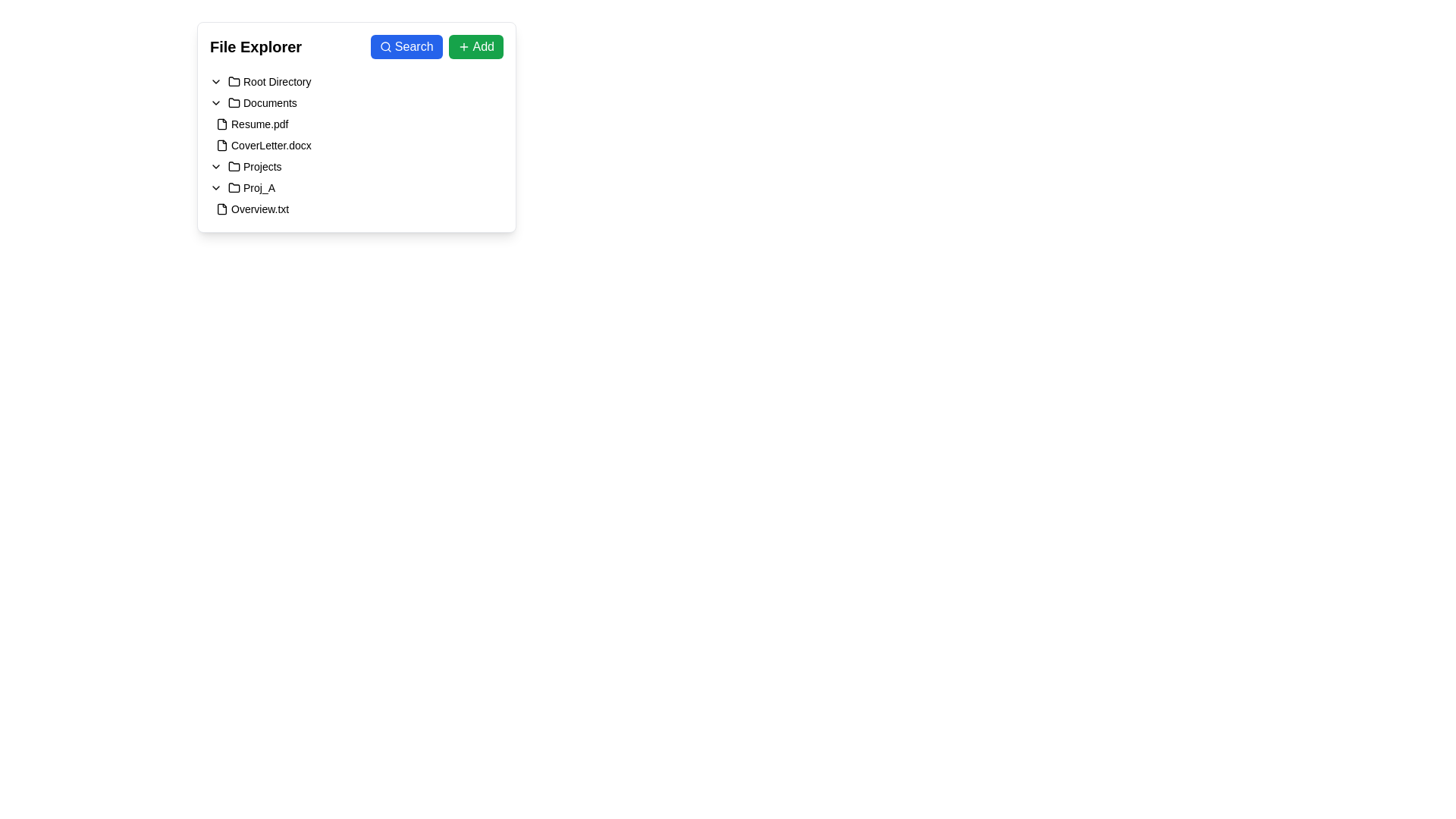 The image size is (1456, 819). Describe the element at coordinates (436, 45) in the screenshot. I see `the 'Search' button located in the button group at the top-center of the 'File Explorer' section to initiate a search process` at that location.